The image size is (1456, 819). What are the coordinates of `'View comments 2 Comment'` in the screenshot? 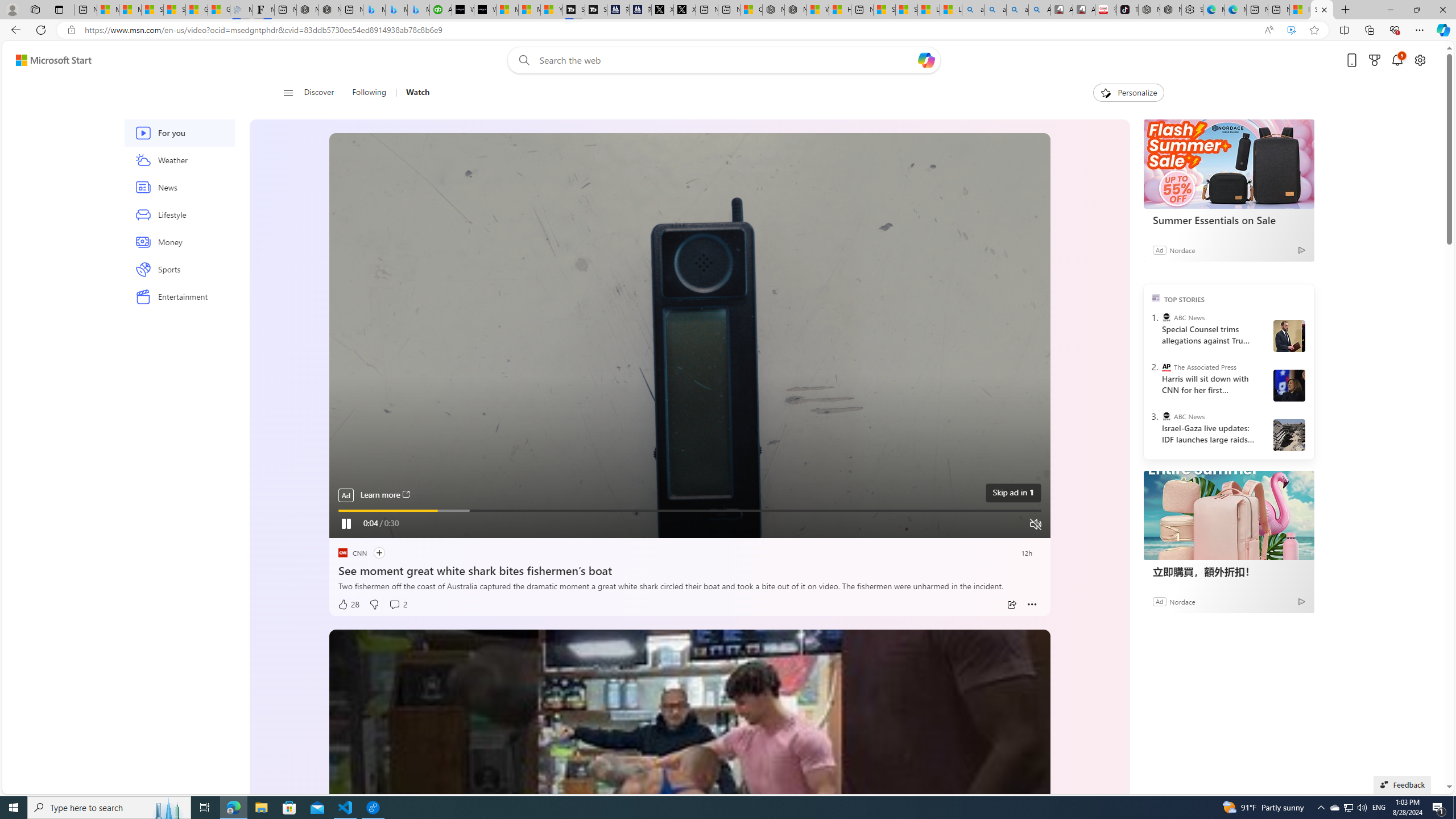 It's located at (398, 604).